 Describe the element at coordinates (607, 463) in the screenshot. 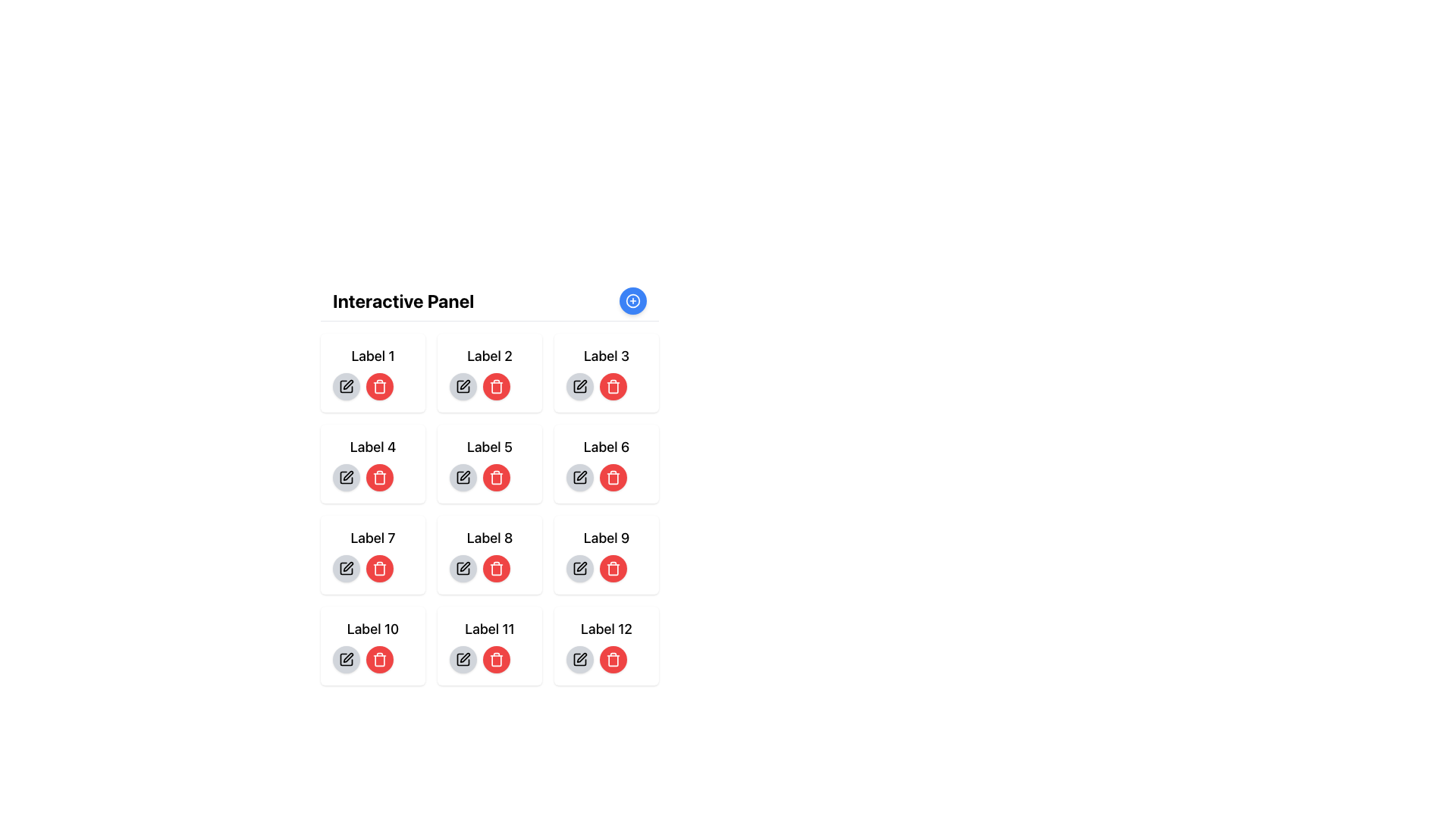

I see `the circular red button with a white trash can icon located below 'Label 6'` at that location.